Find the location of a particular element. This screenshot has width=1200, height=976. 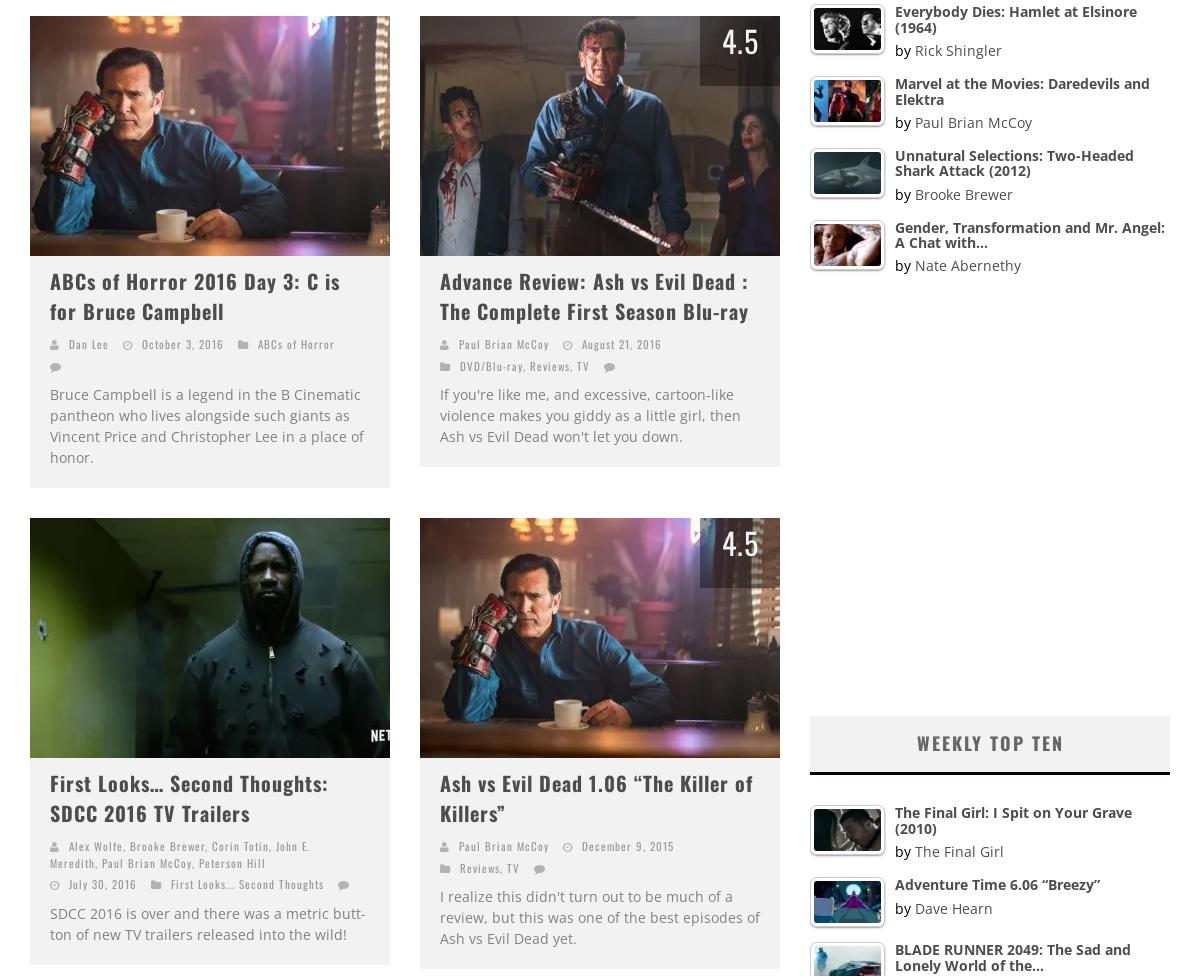

'BLADE RUNNER 2049: The Sad and Lonely World of the…' is located at coordinates (1013, 955).